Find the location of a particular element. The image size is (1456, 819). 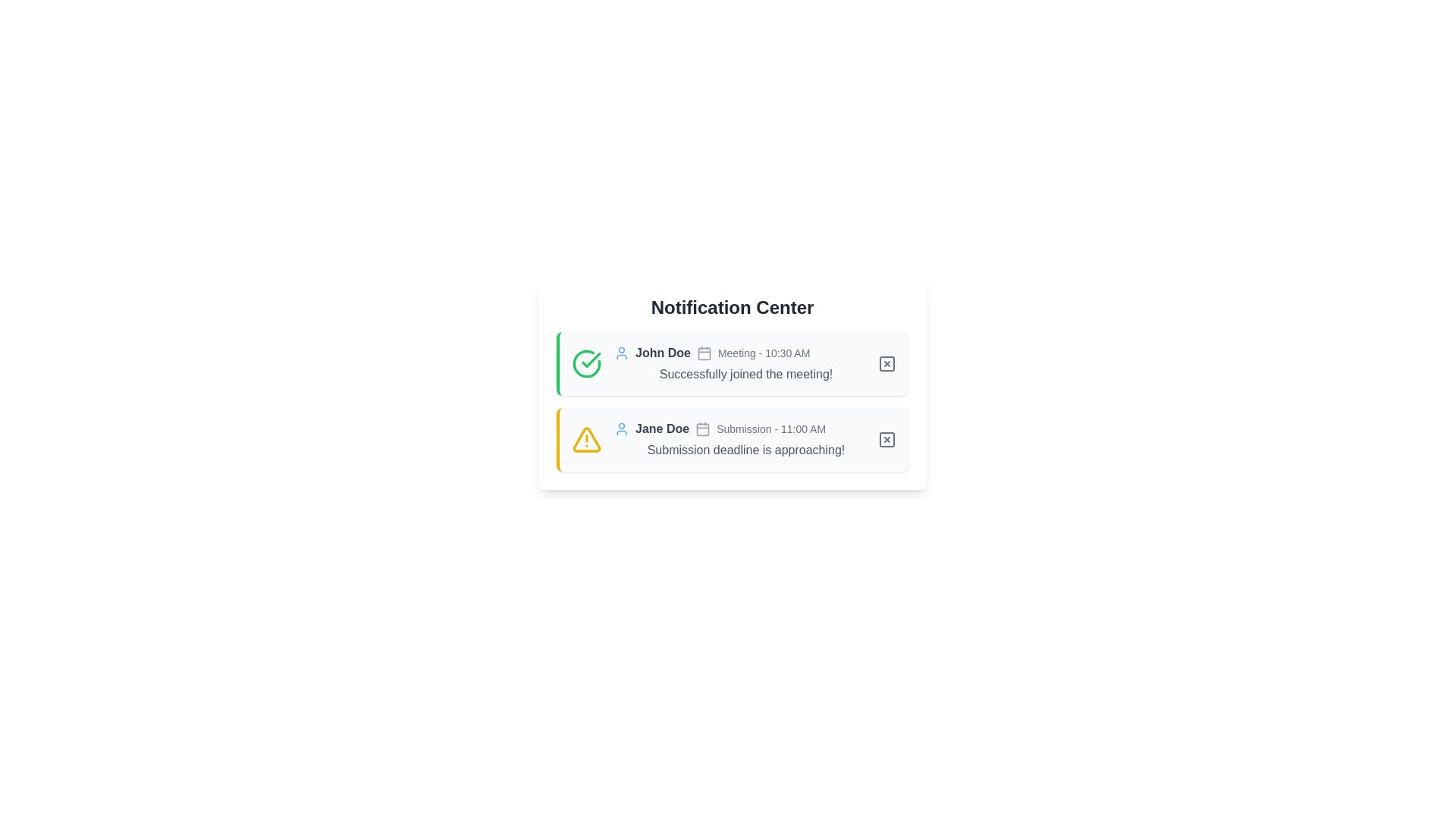

the calendar icon located to the left of the 'Submission - 11:00 AM' text is located at coordinates (701, 429).